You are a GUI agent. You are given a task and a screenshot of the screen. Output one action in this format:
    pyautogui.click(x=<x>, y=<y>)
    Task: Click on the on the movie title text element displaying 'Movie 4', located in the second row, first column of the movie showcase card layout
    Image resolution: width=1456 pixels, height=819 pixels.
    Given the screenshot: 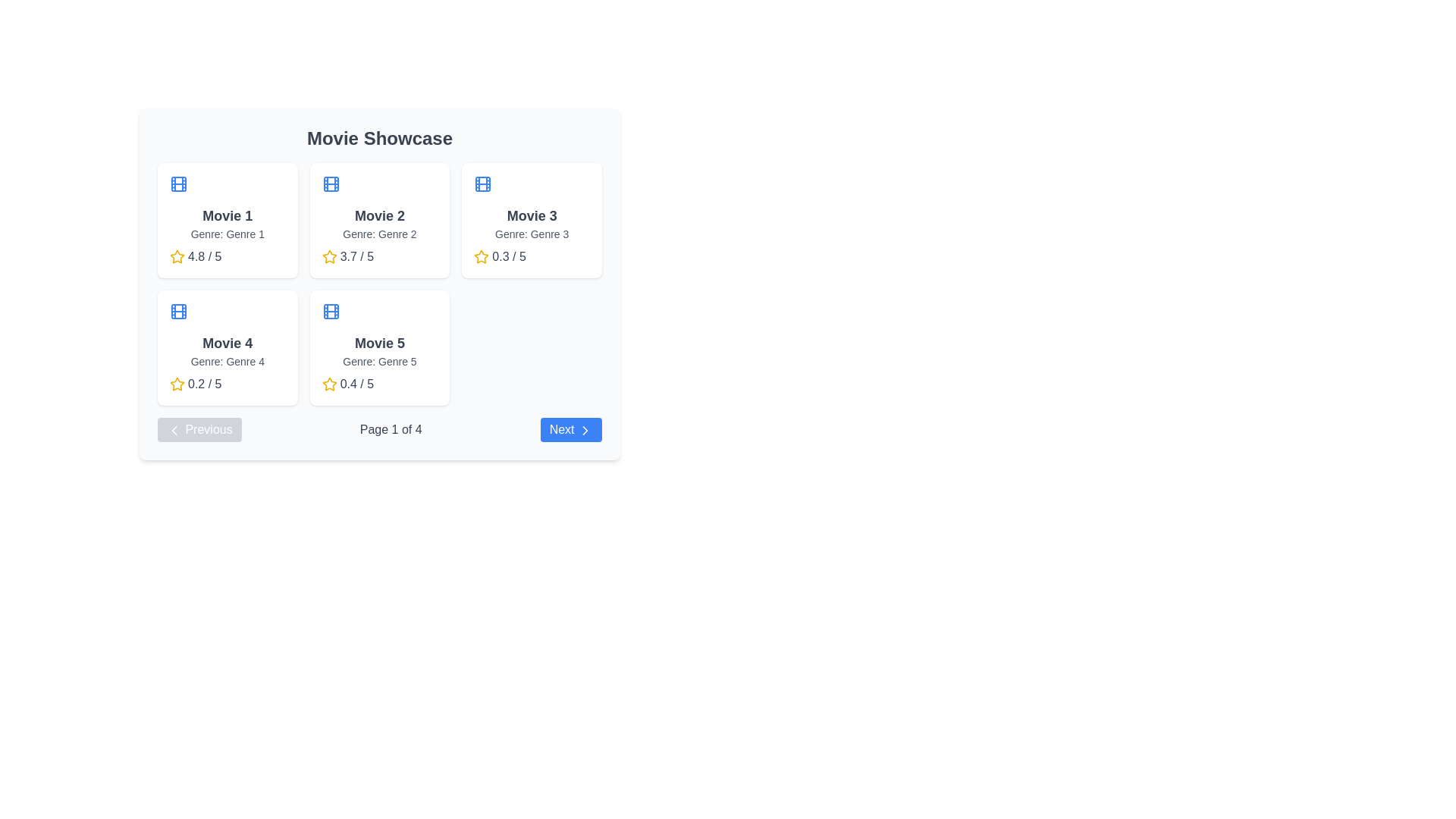 What is the action you would take?
    pyautogui.click(x=227, y=343)
    